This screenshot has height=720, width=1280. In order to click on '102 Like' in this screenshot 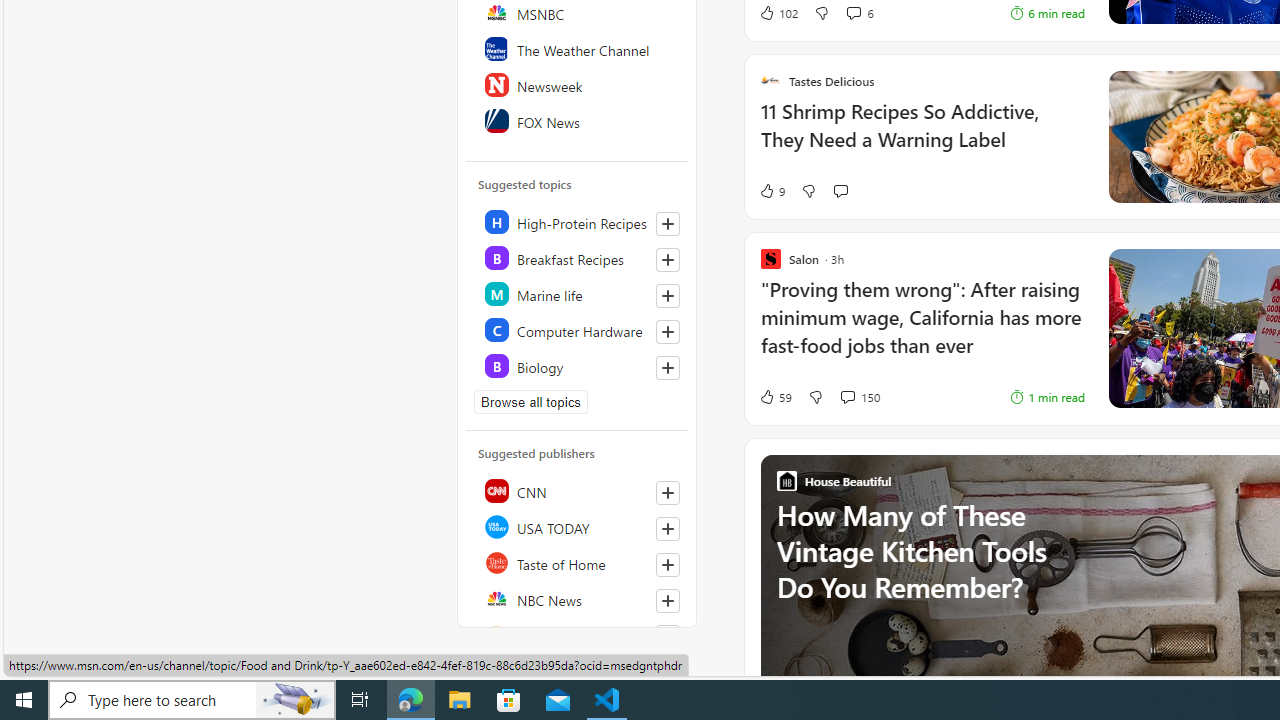, I will do `click(777, 12)`.